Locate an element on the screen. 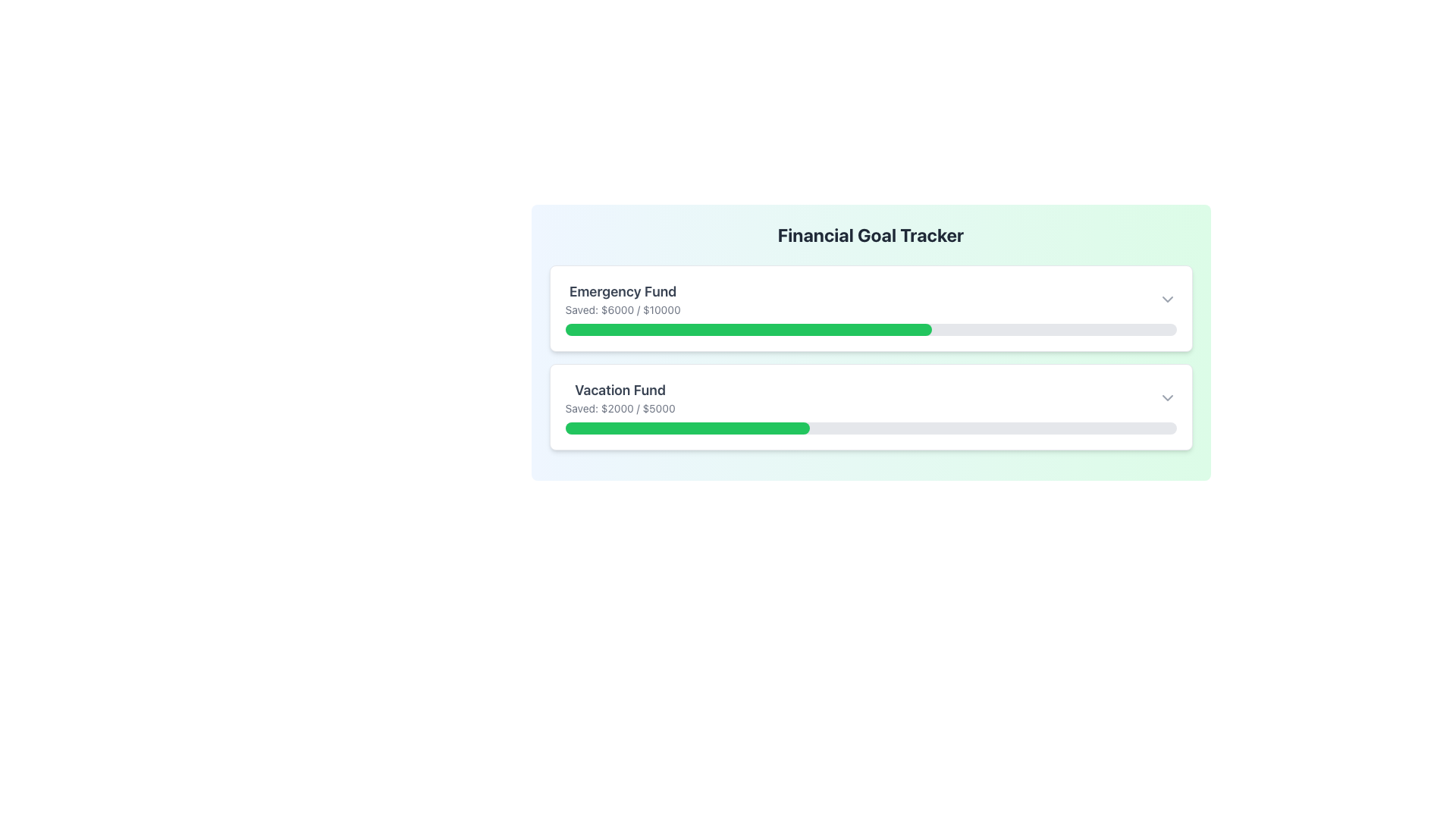 Image resolution: width=1456 pixels, height=819 pixels. the displayed information of the financial goals progress component, which shows goal names, saved amounts, and progress bars is located at coordinates (871, 342).